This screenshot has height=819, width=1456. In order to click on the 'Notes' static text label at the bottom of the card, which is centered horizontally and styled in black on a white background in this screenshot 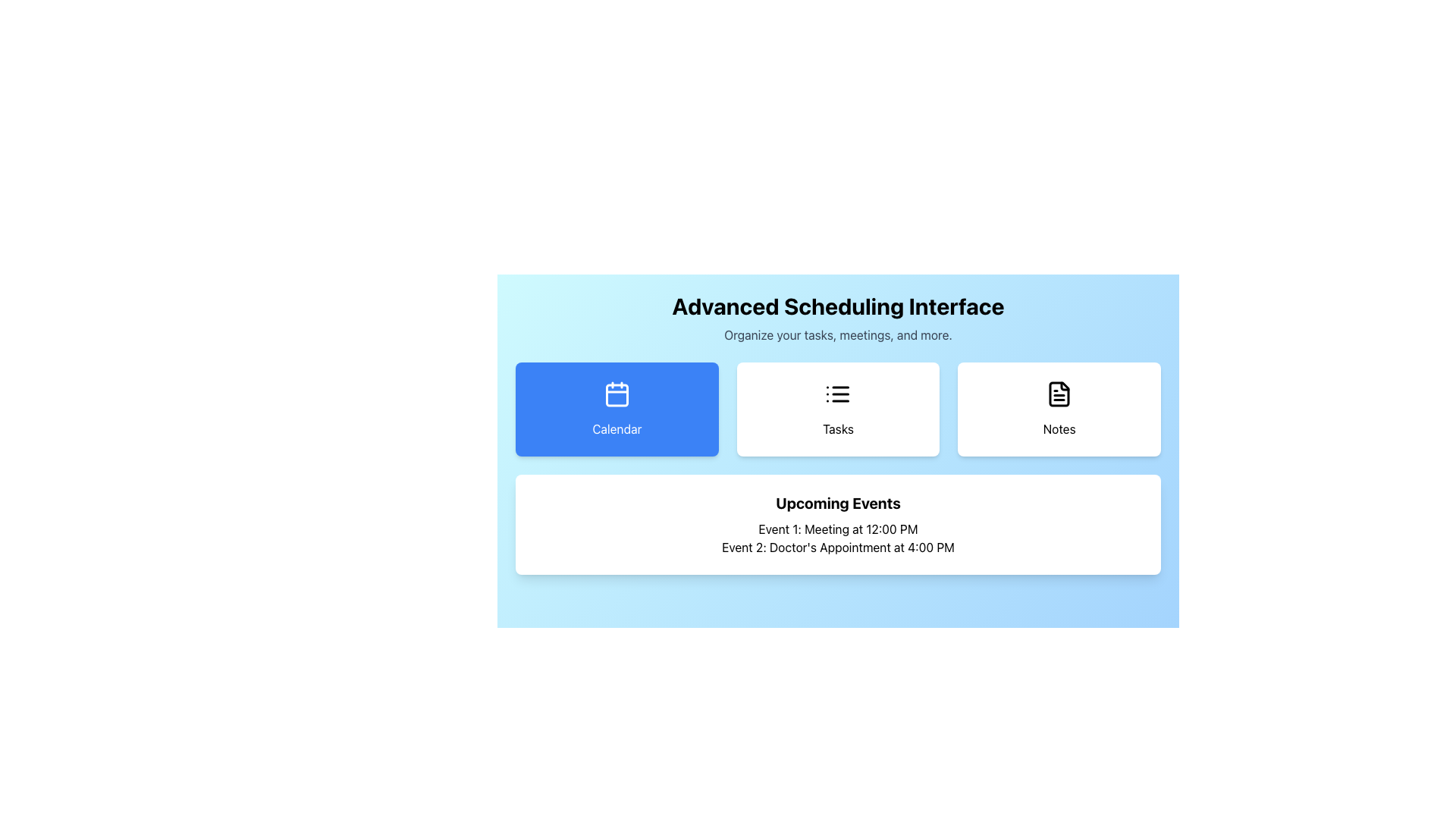, I will do `click(1059, 429)`.